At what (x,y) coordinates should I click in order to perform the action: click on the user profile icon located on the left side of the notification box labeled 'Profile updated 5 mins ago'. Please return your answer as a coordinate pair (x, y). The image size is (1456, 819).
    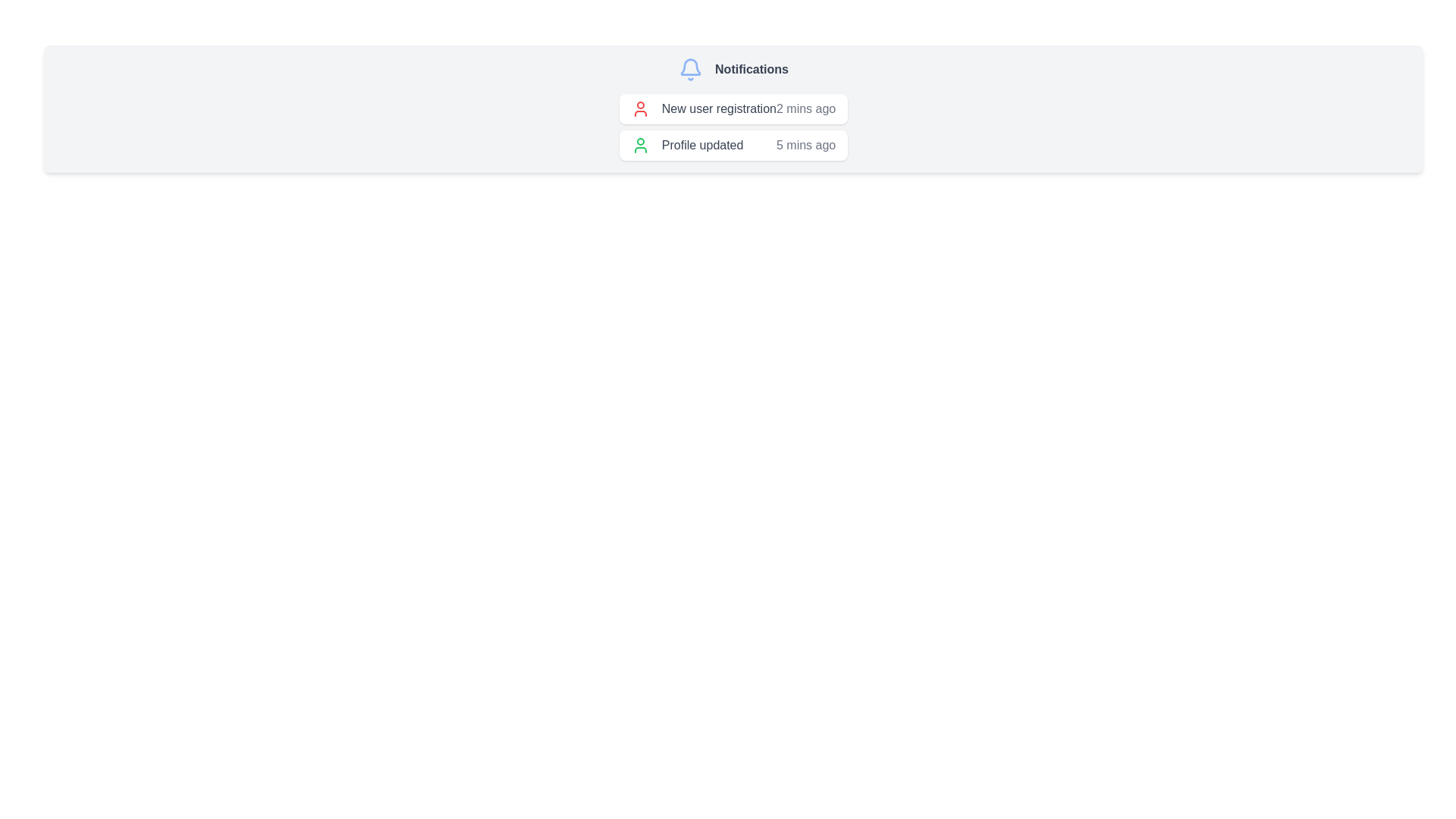
    Looking at the image, I should click on (640, 146).